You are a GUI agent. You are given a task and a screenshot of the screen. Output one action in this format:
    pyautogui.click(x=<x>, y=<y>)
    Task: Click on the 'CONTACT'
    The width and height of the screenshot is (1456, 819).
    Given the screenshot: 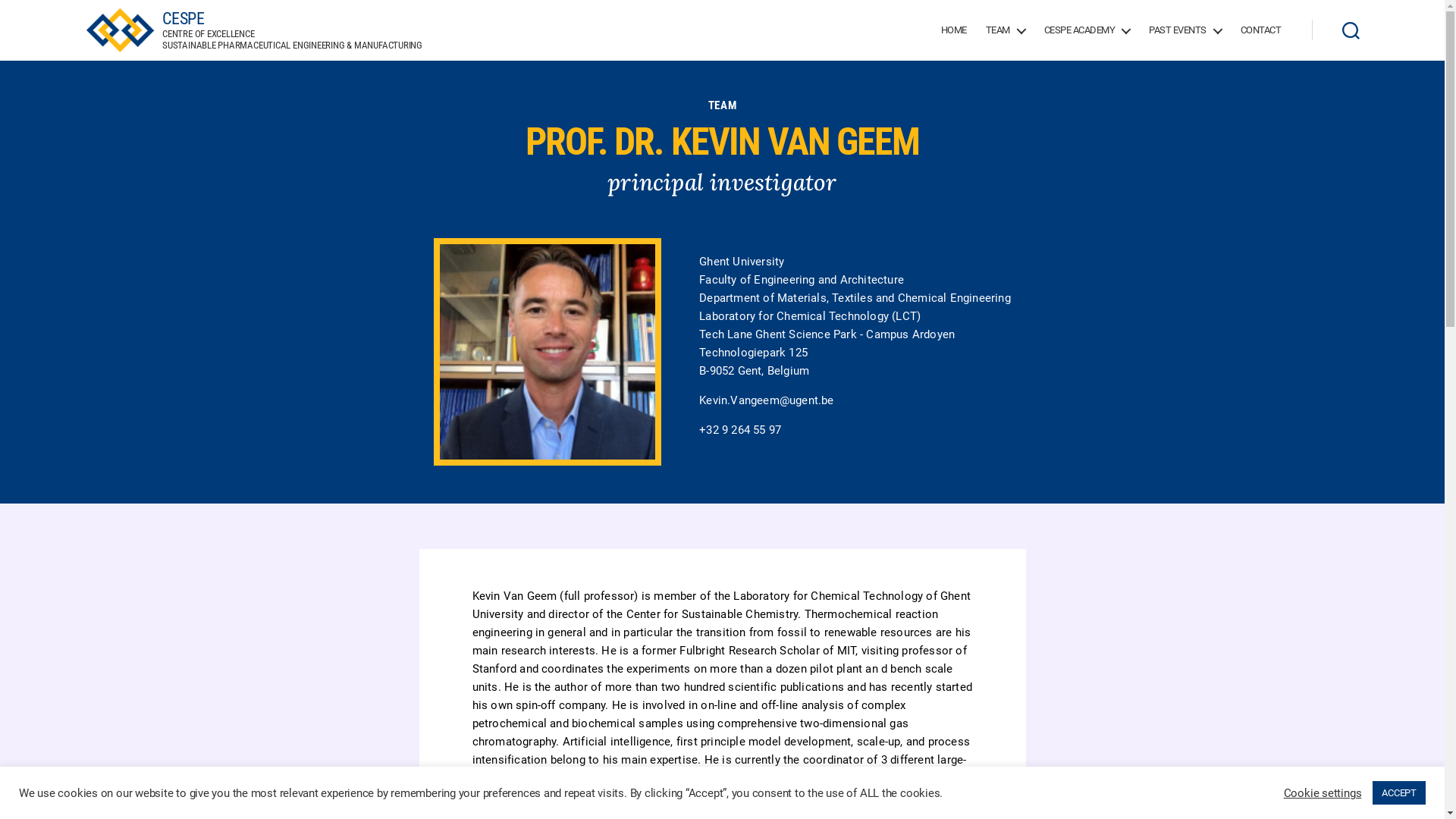 What is the action you would take?
    pyautogui.click(x=1260, y=30)
    